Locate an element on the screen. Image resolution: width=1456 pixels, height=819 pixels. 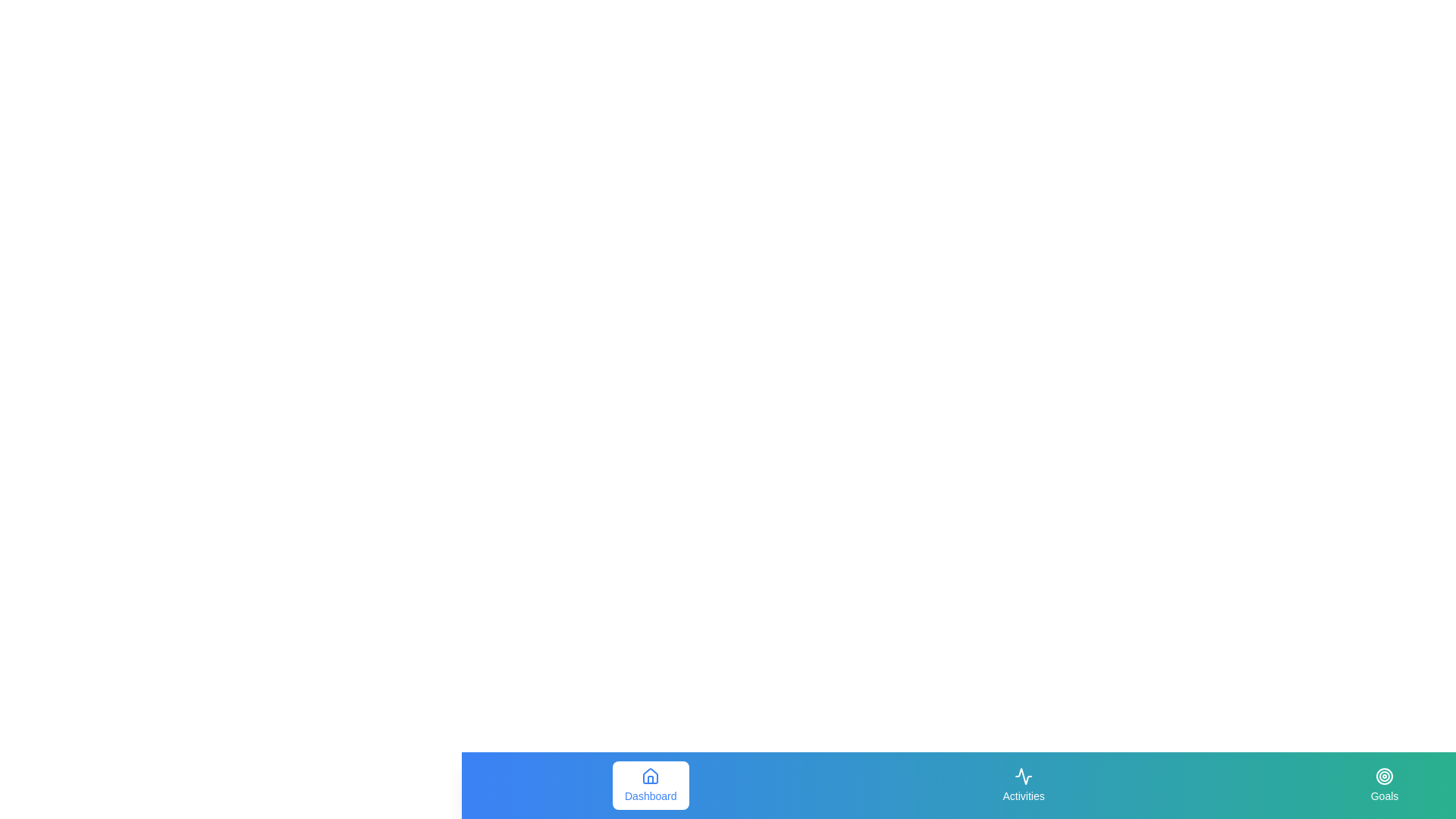
the navigation tab Goals by clicking on its corresponding button is located at coordinates (1385, 785).